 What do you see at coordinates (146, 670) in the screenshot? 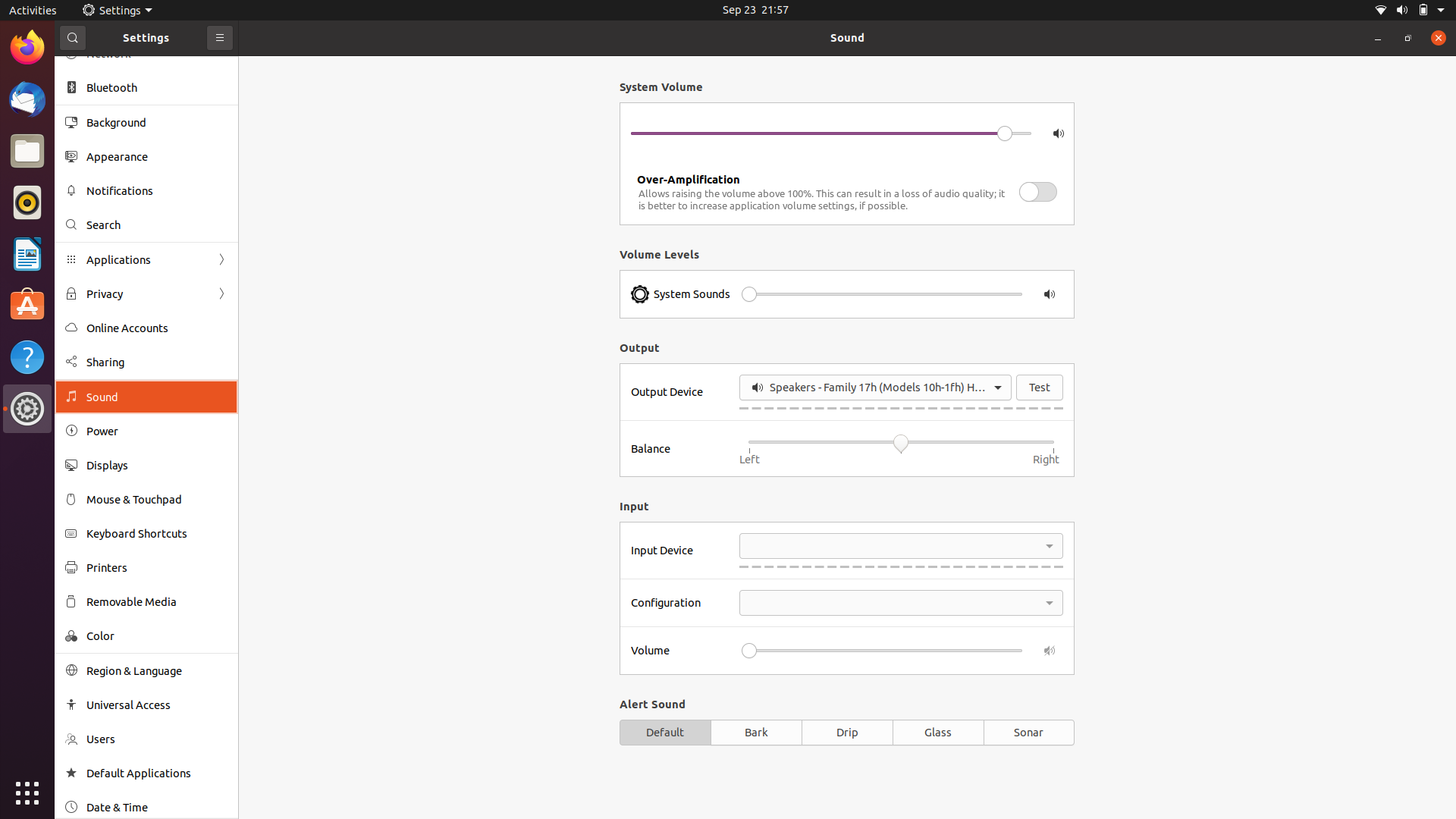
I see `Adjust settings for language and region` at bounding box center [146, 670].